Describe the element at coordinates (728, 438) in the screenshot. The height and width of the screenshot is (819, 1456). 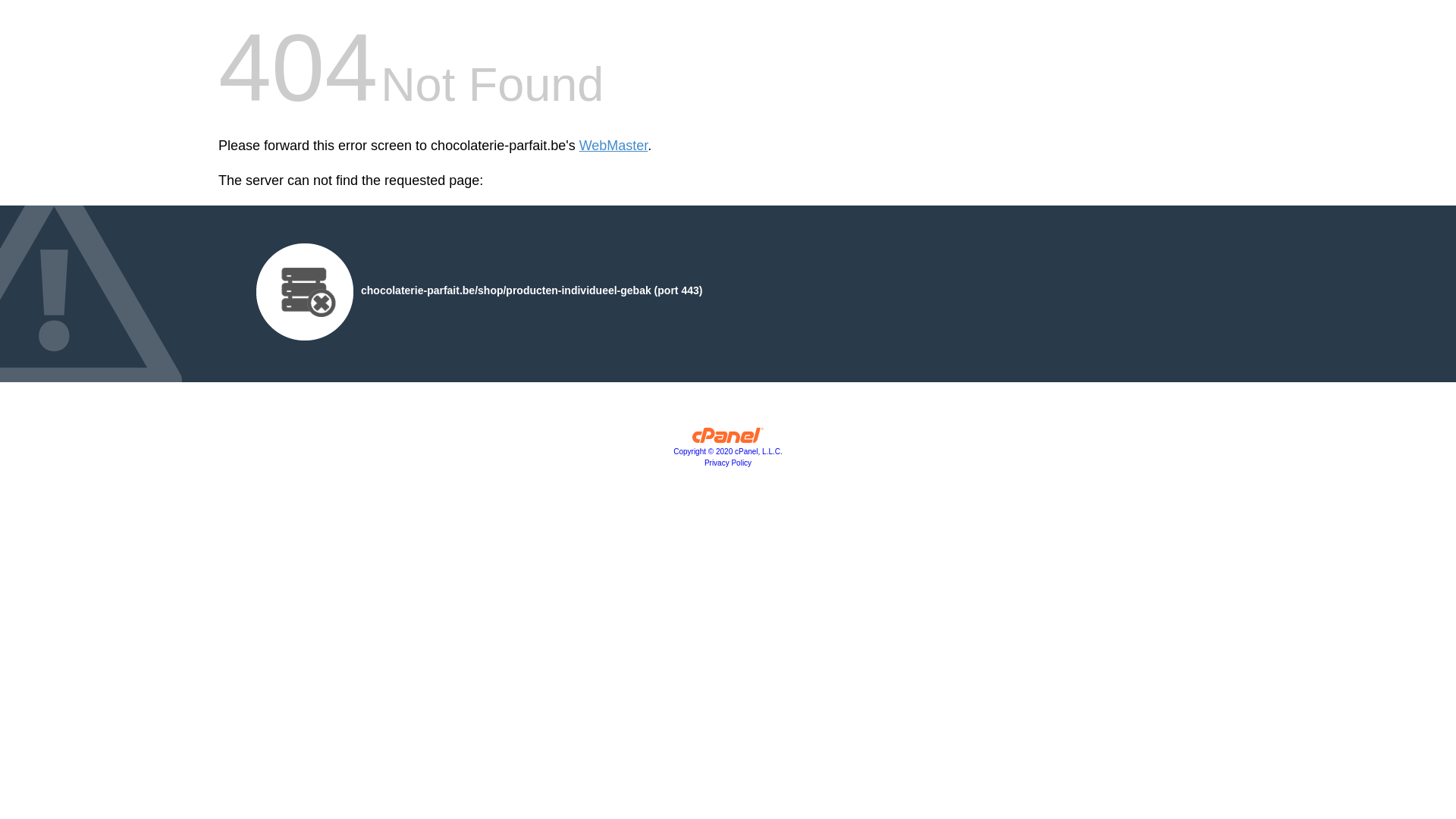
I see `'cPanel, Inc.'` at that location.